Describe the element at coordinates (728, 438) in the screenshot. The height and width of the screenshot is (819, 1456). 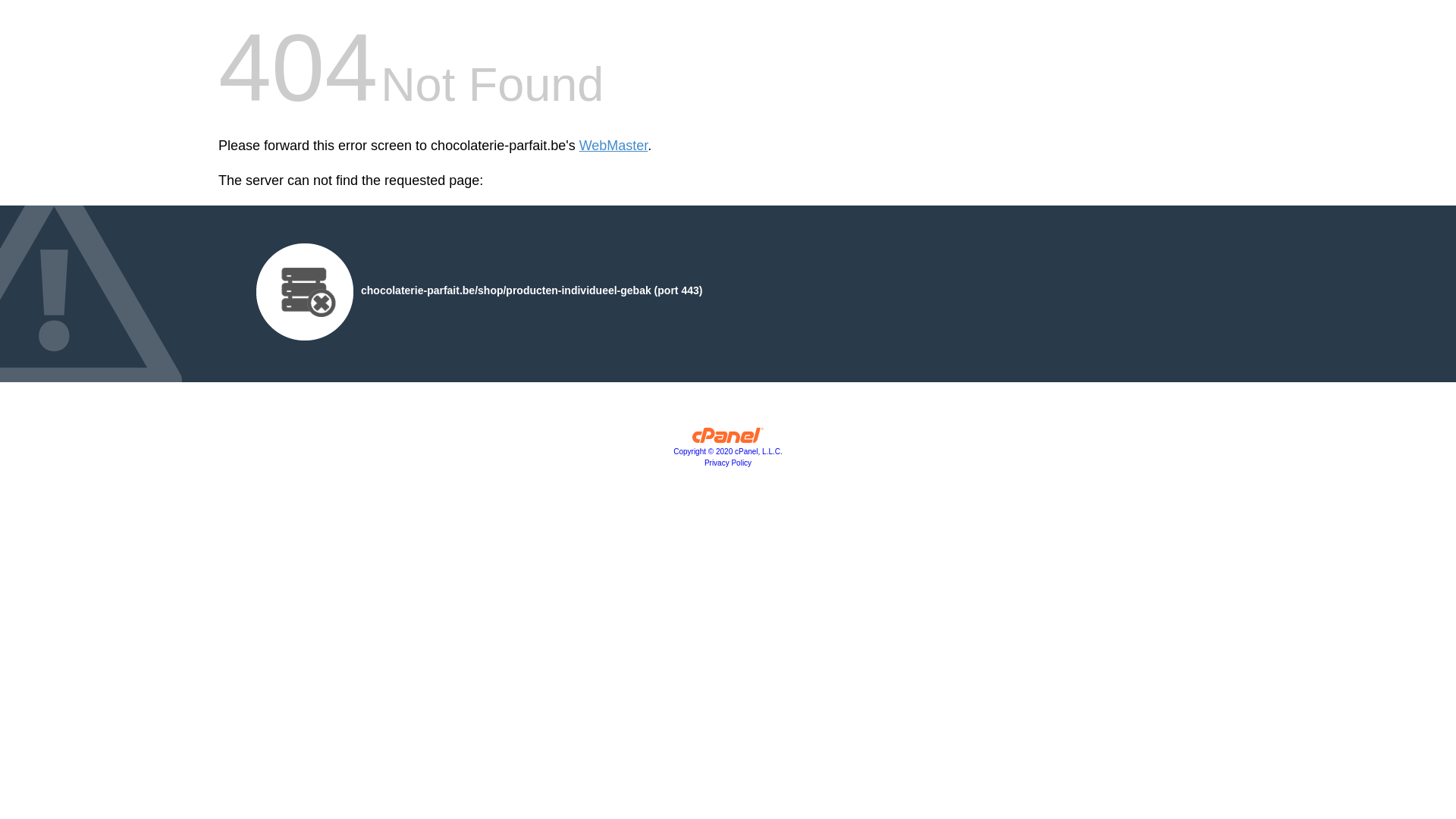
I see `'cPanel, Inc.'` at that location.